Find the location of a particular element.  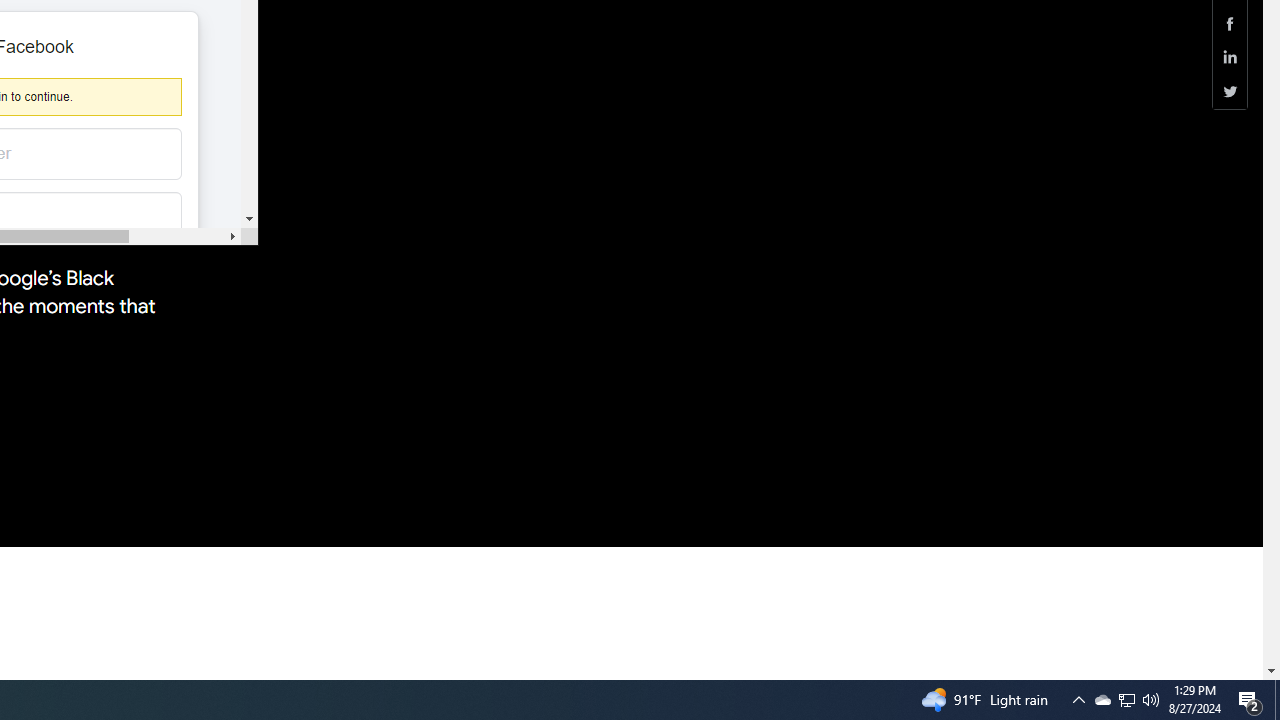

'Q2790: 100%' is located at coordinates (1127, 698).